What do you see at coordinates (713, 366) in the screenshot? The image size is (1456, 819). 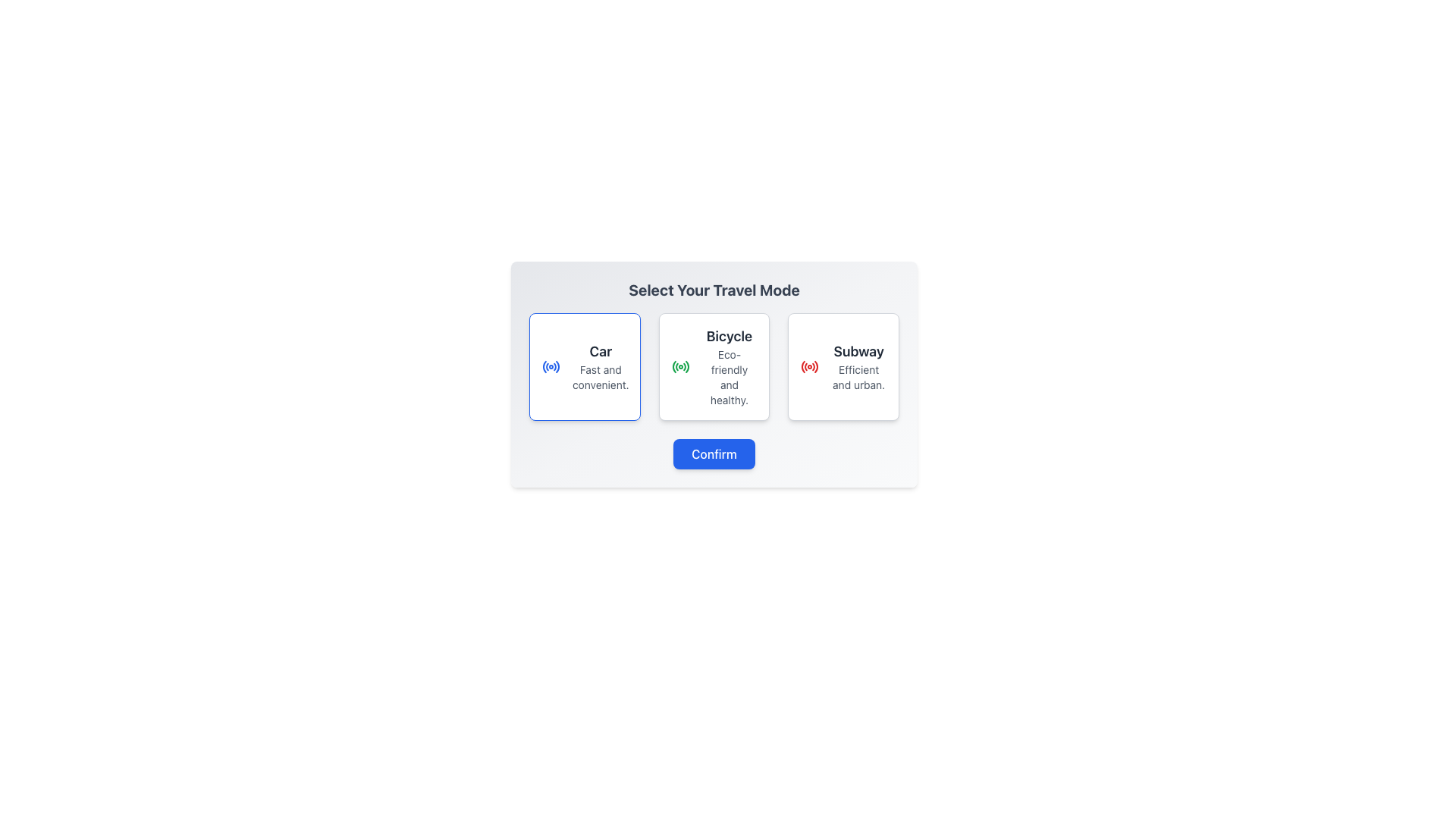 I see `the content of the horizontal grid layout containing the travel mode options: 'Car', 'Bicycle', and 'Subway', which is positioned below the 'Select Your Travel Mode' title and above the 'Confirm' button` at bounding box center [713, 366].